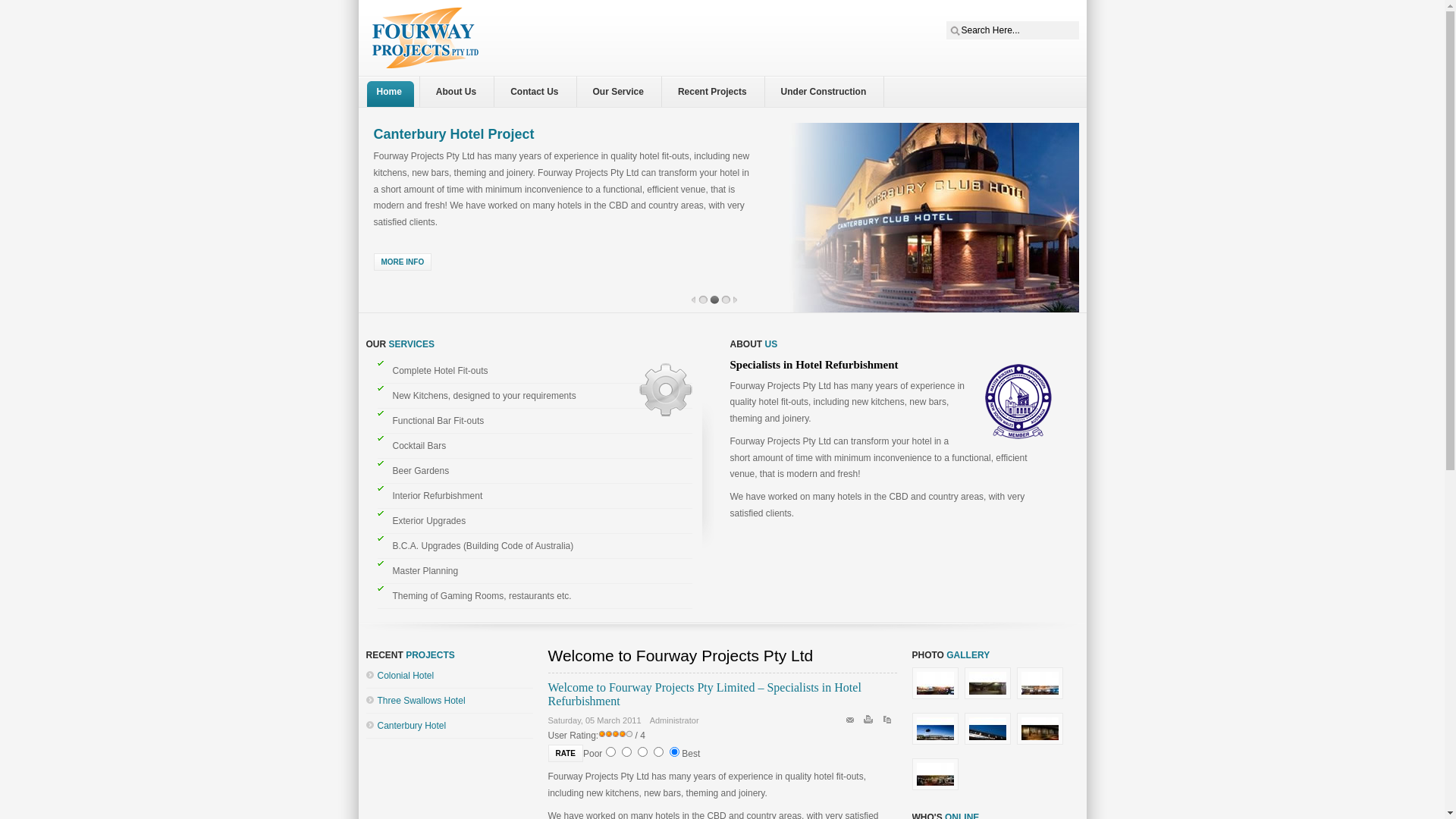  I want to click on 'Photo Gallery', so click(1040, 745).